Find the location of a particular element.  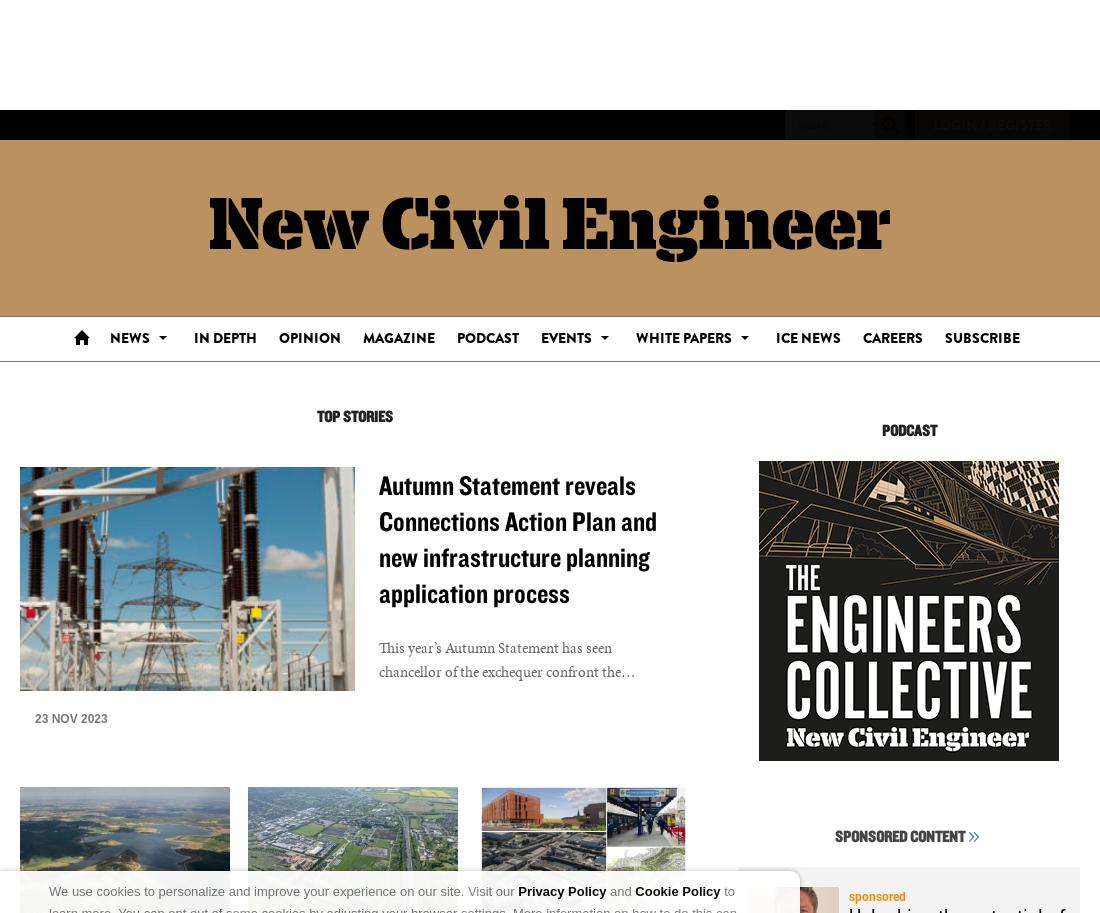

'Subscribe' is located at coordinates (980, 337).